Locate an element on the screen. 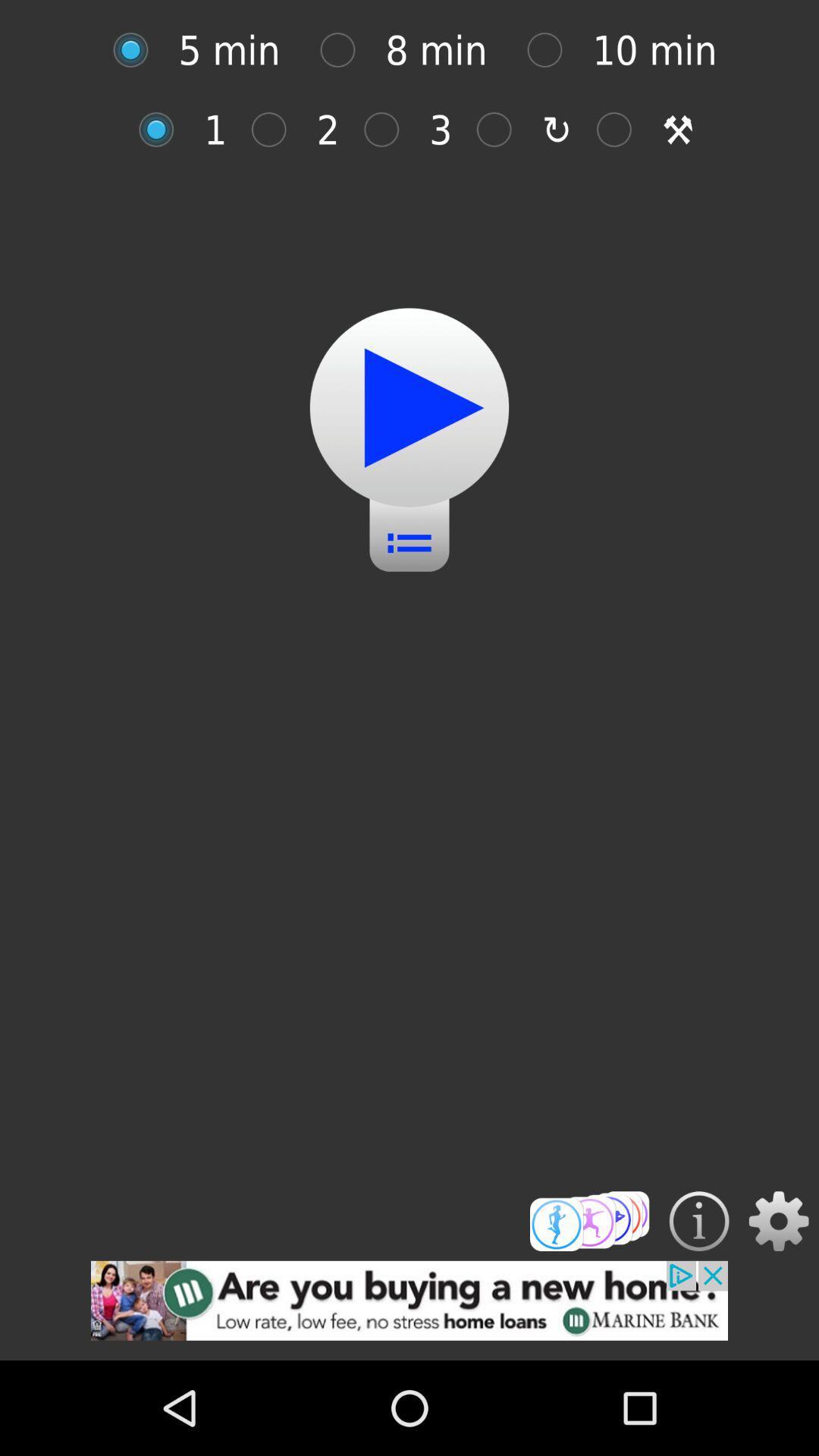 Image resolution: width=819 pixels, height=1456 pixels. duration 10 minutes is located at coordinates (553, 50).